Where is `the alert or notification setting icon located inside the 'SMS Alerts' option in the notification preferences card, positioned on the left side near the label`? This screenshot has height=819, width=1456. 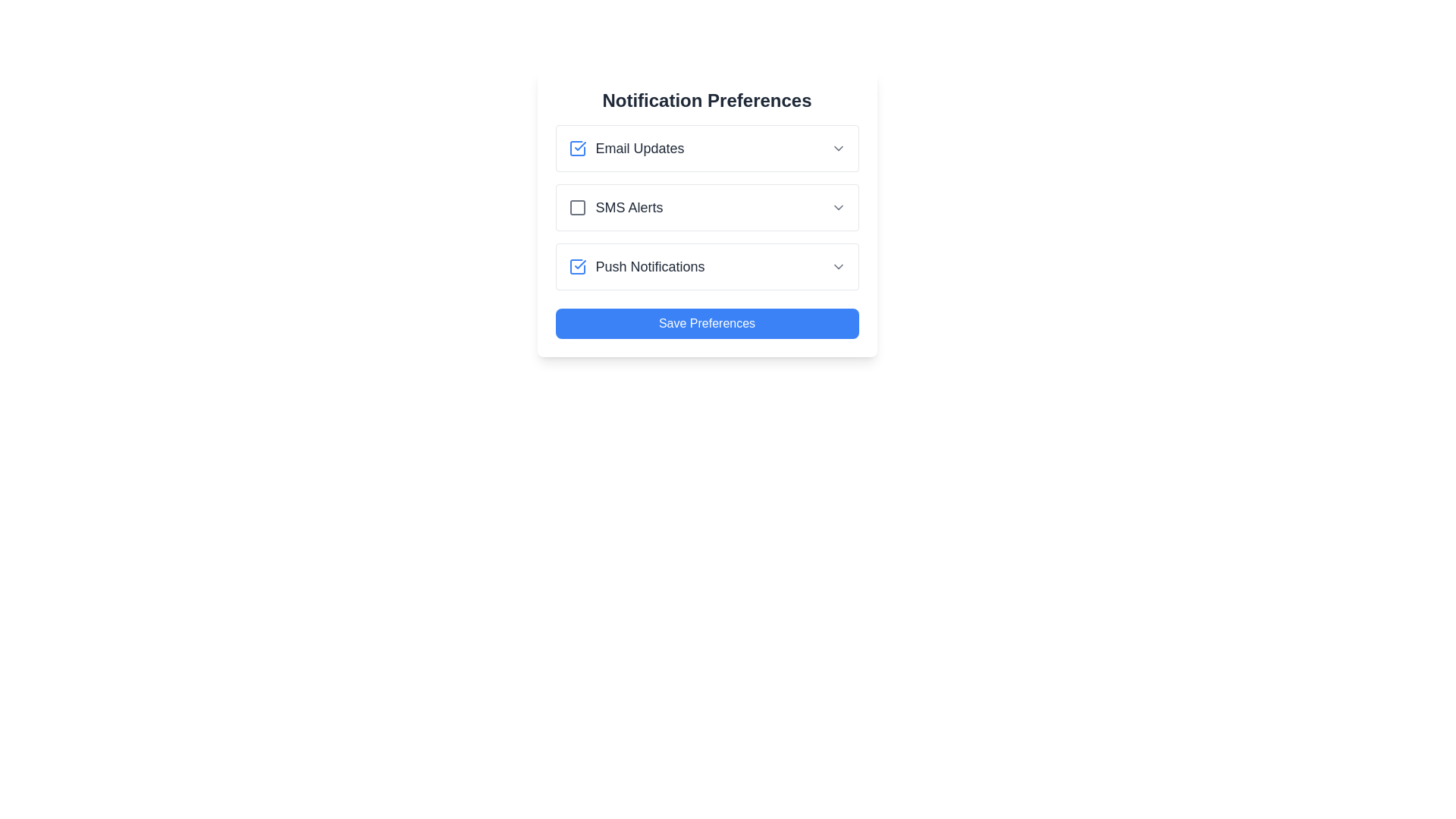
the alert or notification setting icon located inside the 'SMS Alerts' option in the notification preferences card, positioned on the left side near the label is located at coordinates (576, 207).